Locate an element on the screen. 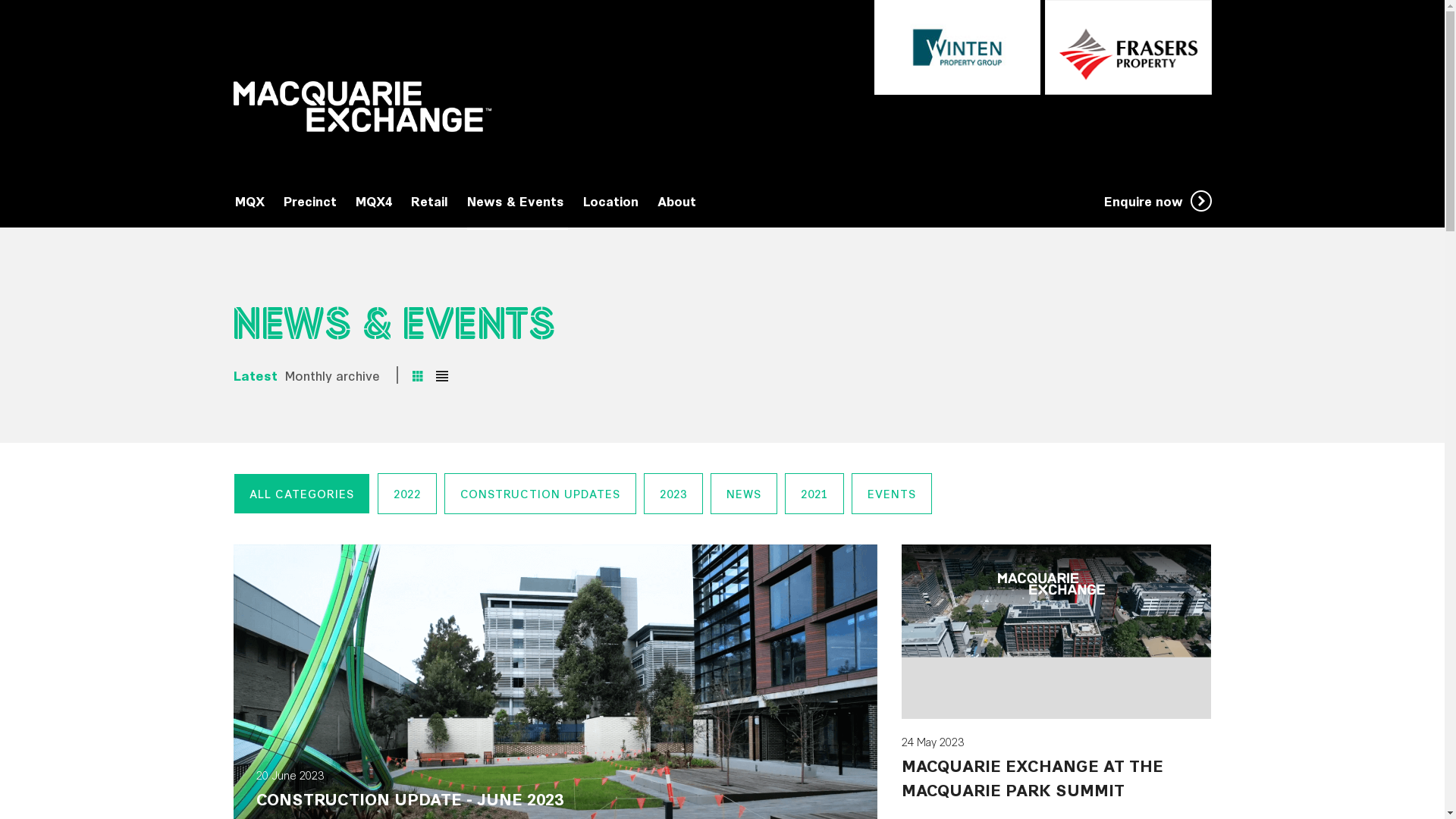 This screenshot has width=1456, height=819. 'Precinct' is located at coordinates (284, 200).